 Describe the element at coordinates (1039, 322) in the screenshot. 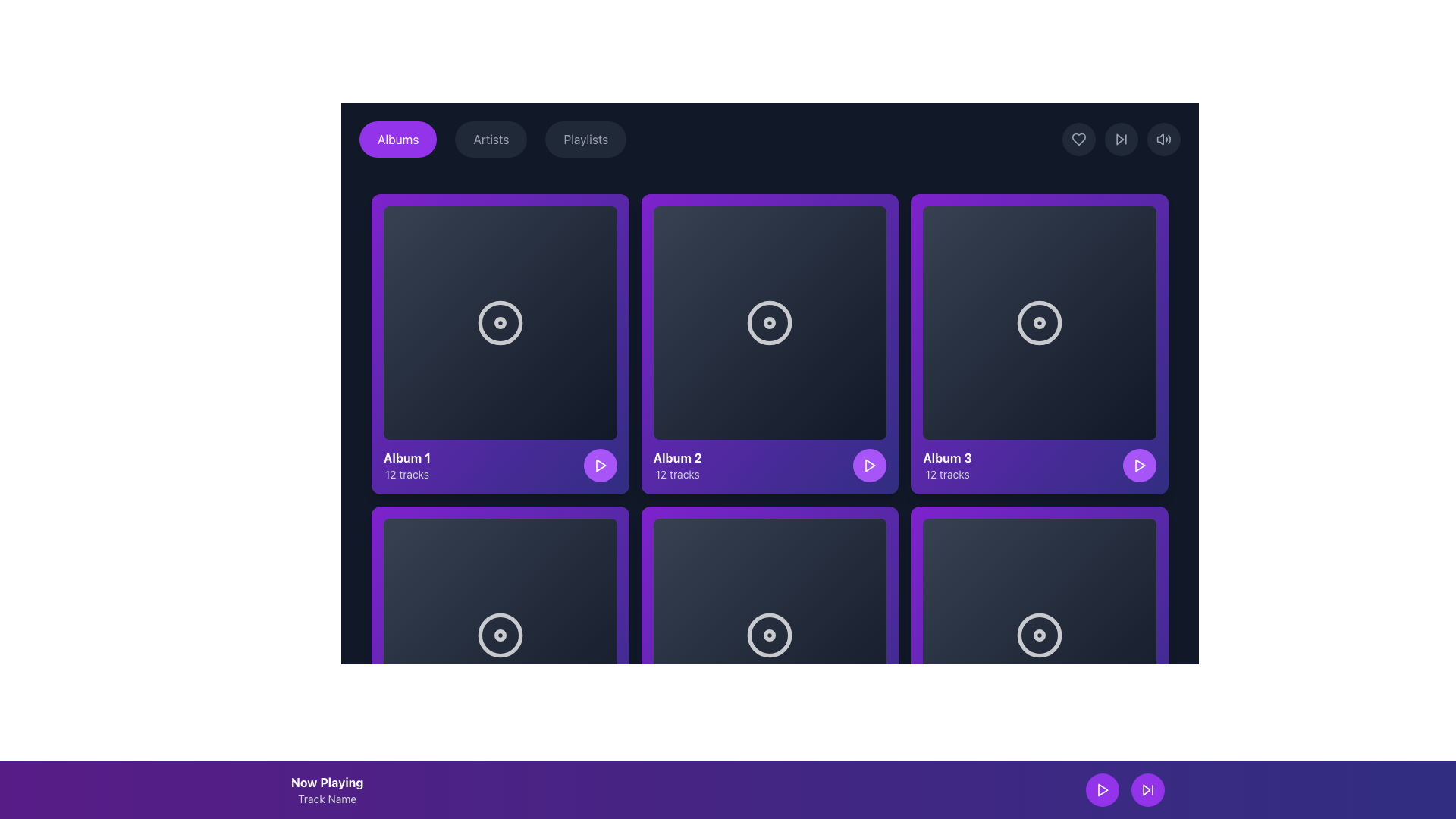

I see `the inner circular icon of the central disc in the third card of the top row in the 'Albums' section, which is styled in white with slight opacity` at that location.